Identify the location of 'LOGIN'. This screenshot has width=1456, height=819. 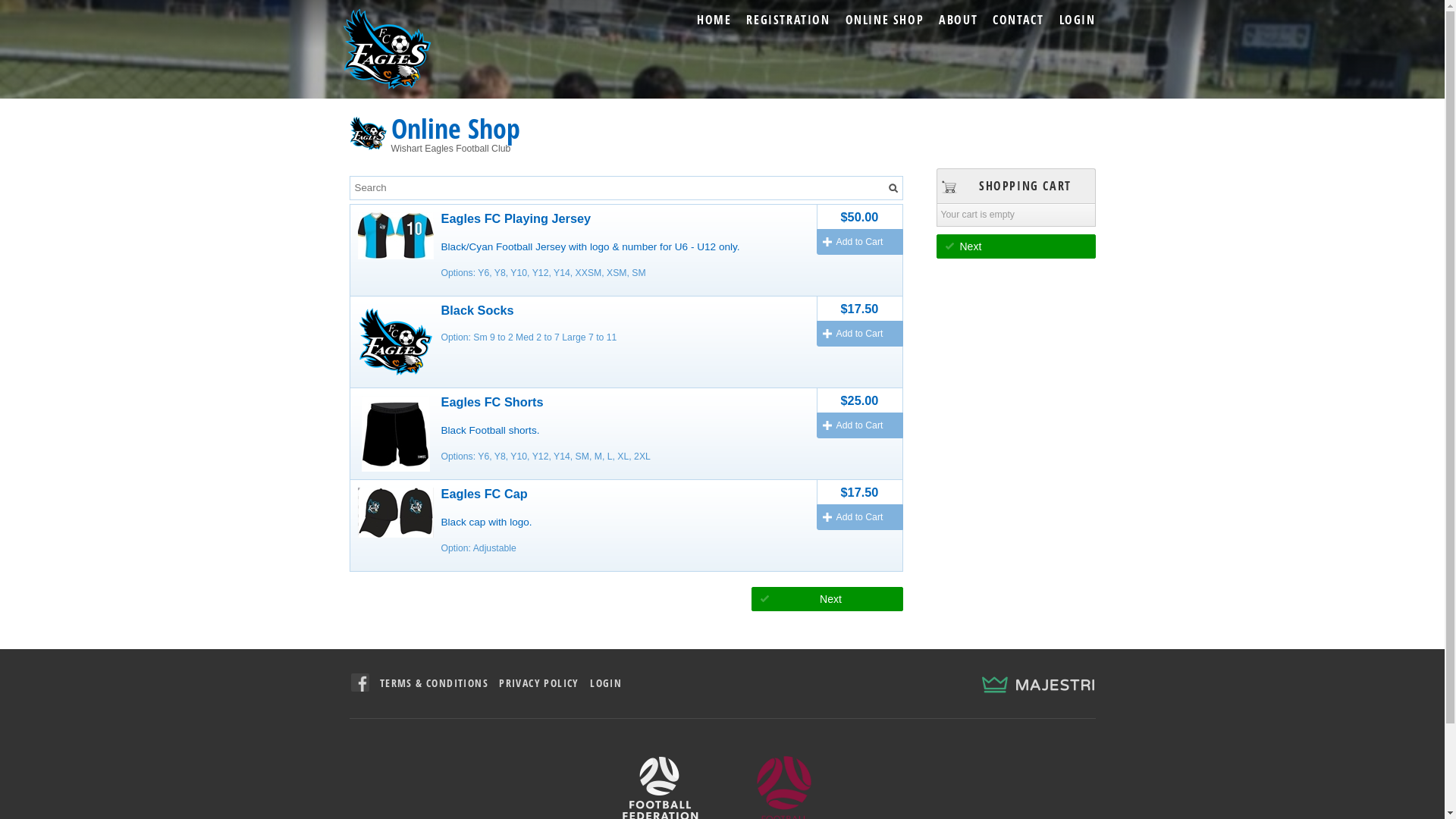
(1076, 20).